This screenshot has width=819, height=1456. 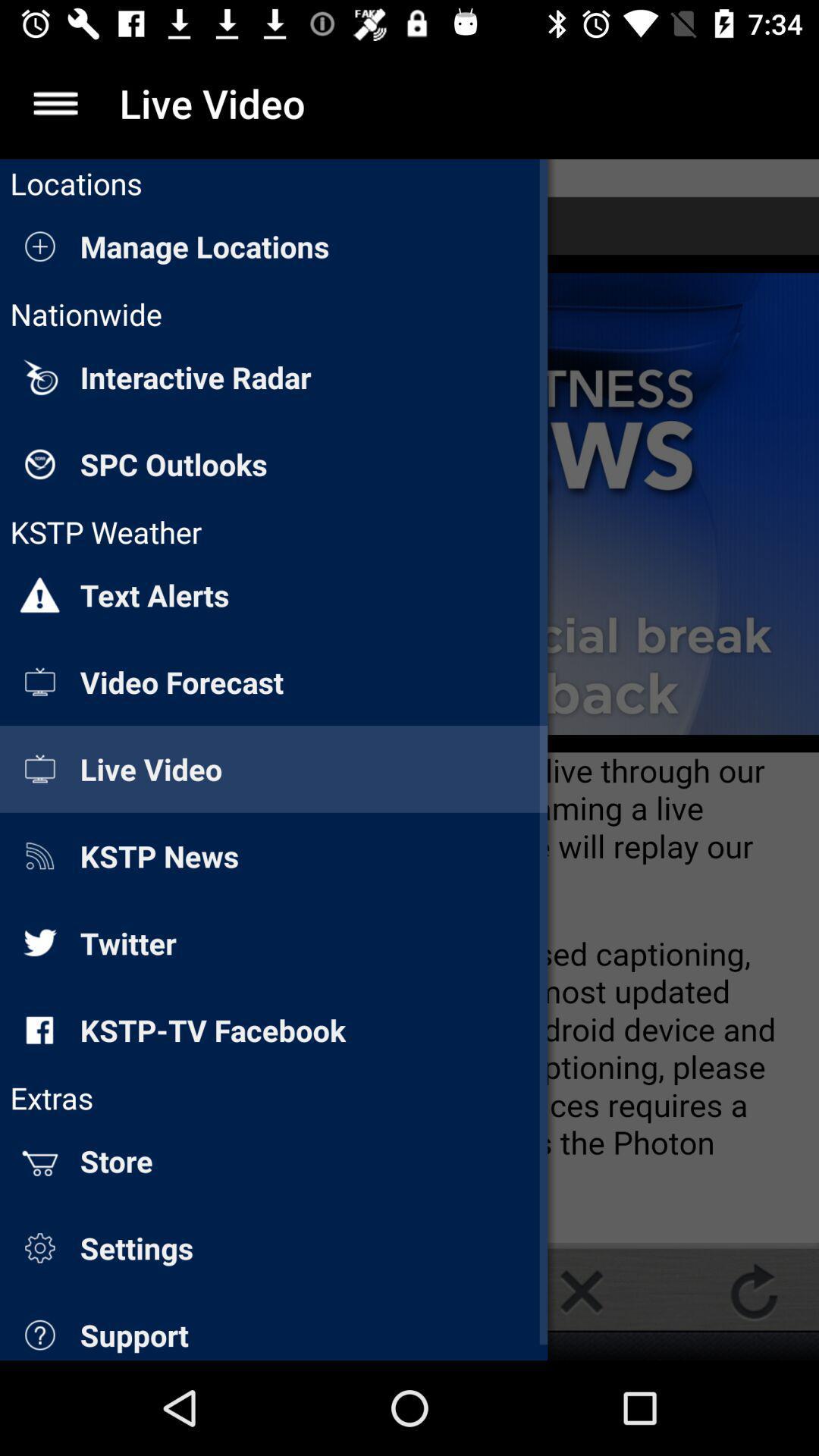 What do you see at coordinates (581, 1291) in the screenshot?
I see `the close icon` at bounding box center [581, 1291].